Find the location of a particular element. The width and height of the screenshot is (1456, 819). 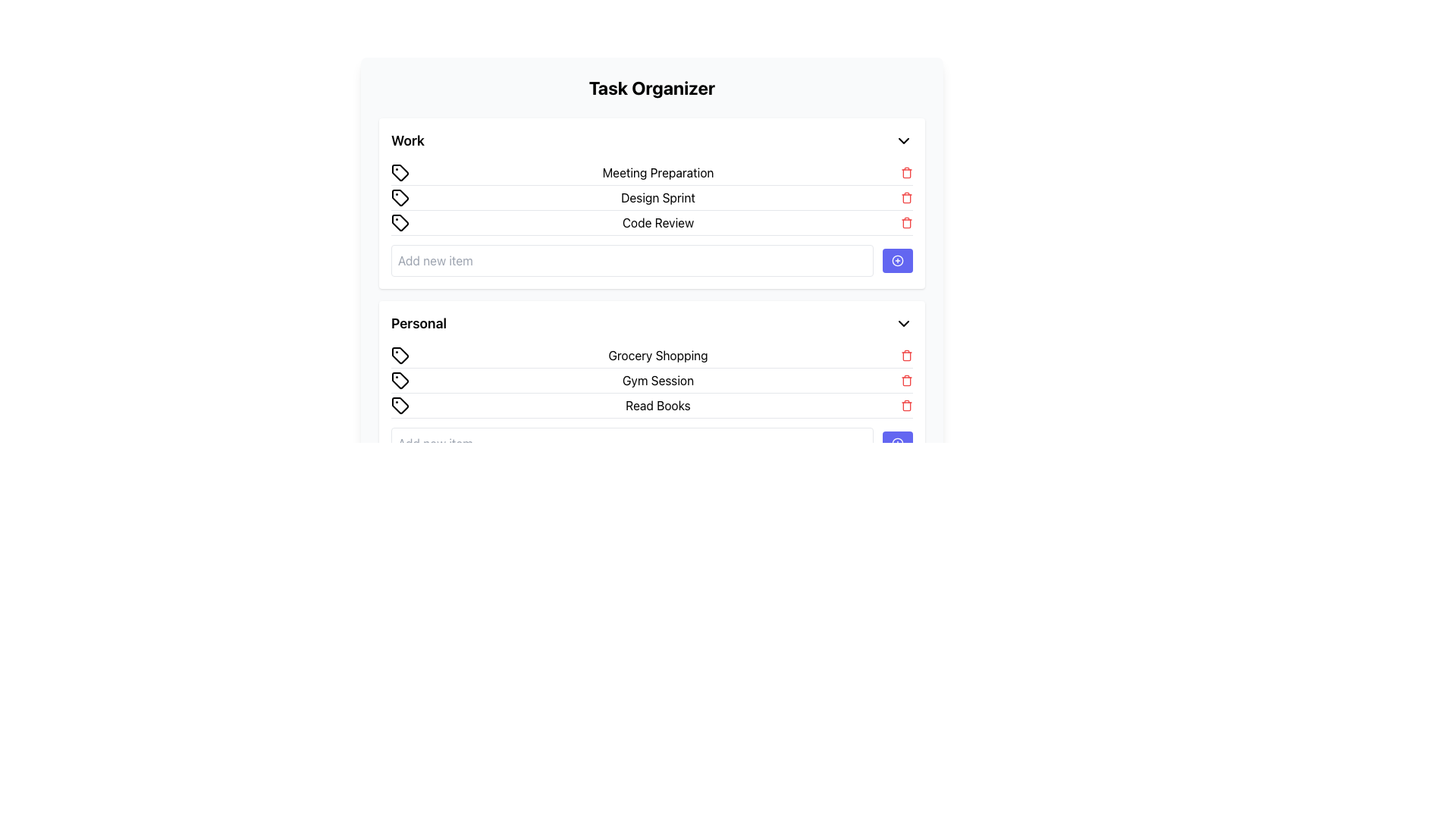

the 'Code Review' list item, which is the third entry in the 'Work' section is located at coordinates (651, 223).